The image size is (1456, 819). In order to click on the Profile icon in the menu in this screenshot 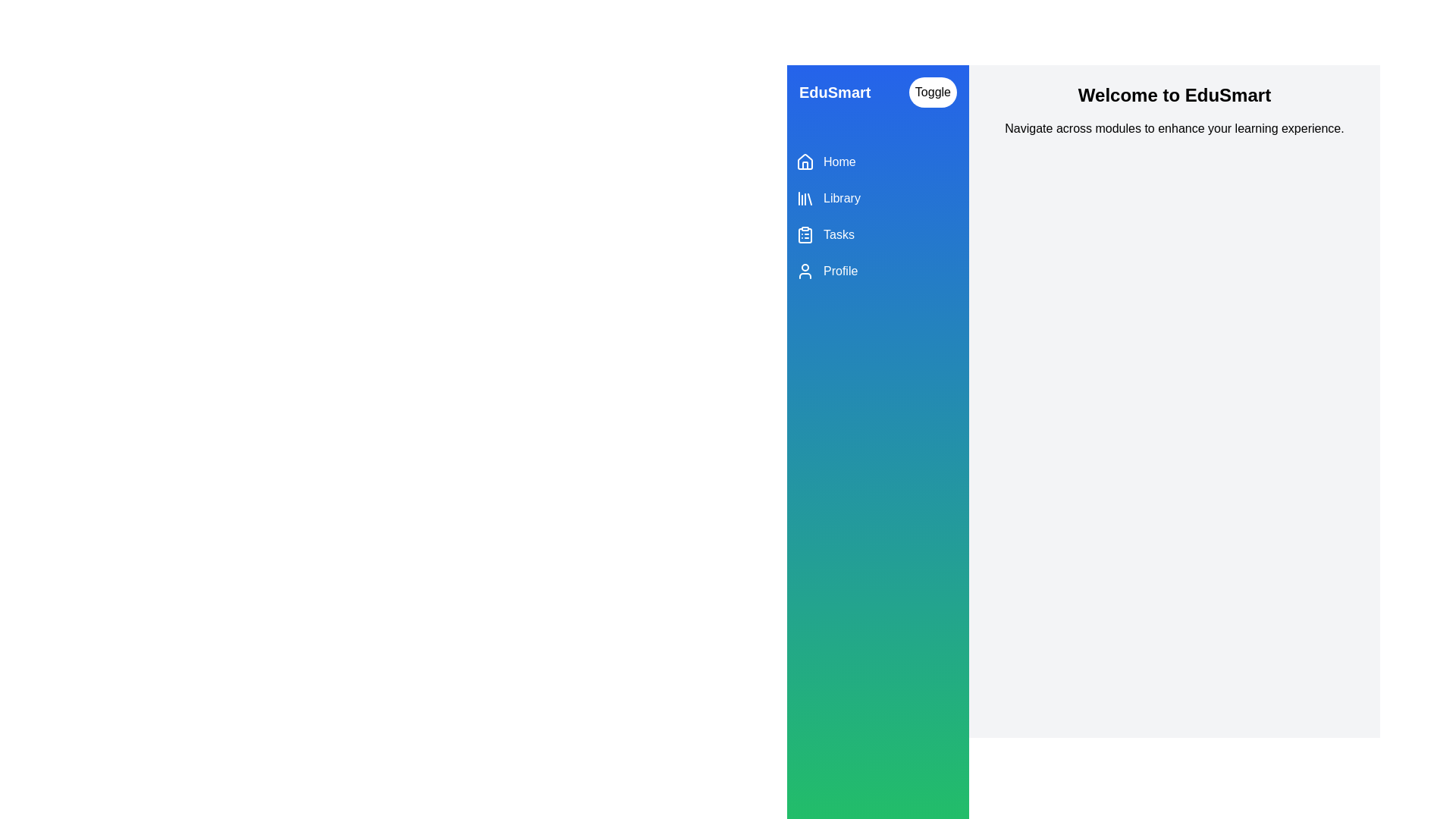, I will do `click(804, 271)`.